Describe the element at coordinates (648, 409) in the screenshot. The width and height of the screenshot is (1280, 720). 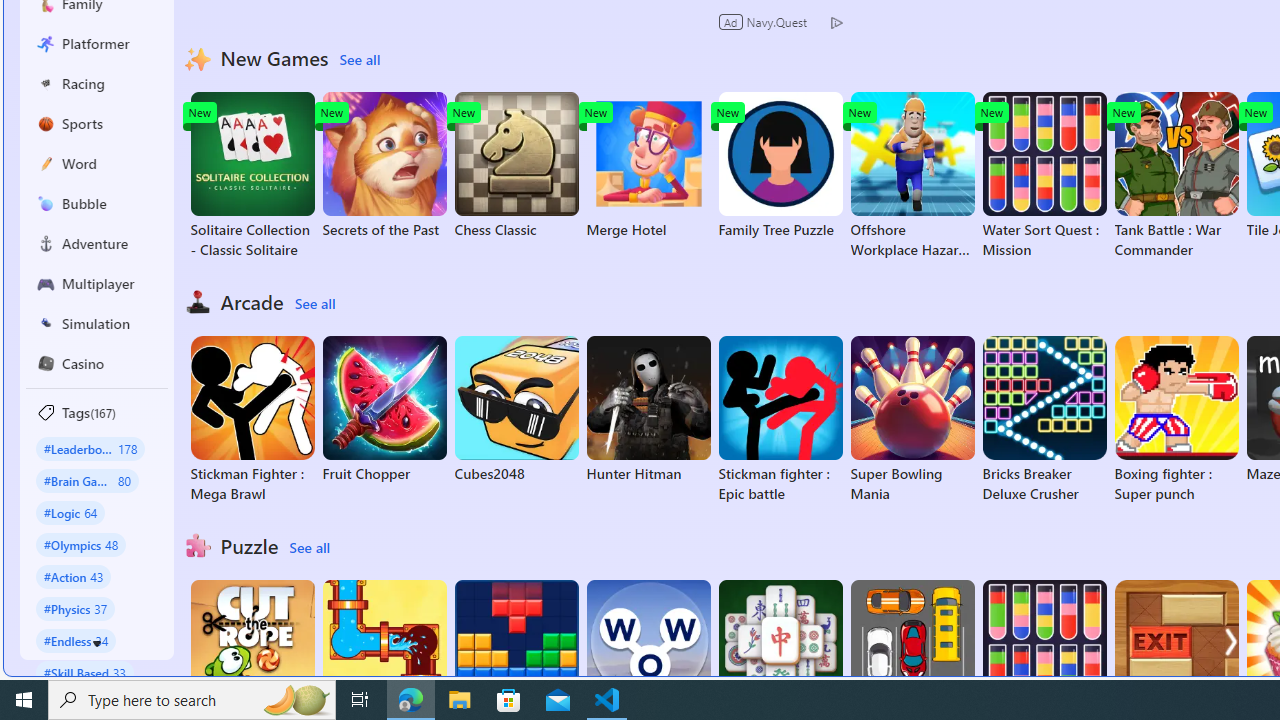
I see `'Hunter Hitman'` at that location.